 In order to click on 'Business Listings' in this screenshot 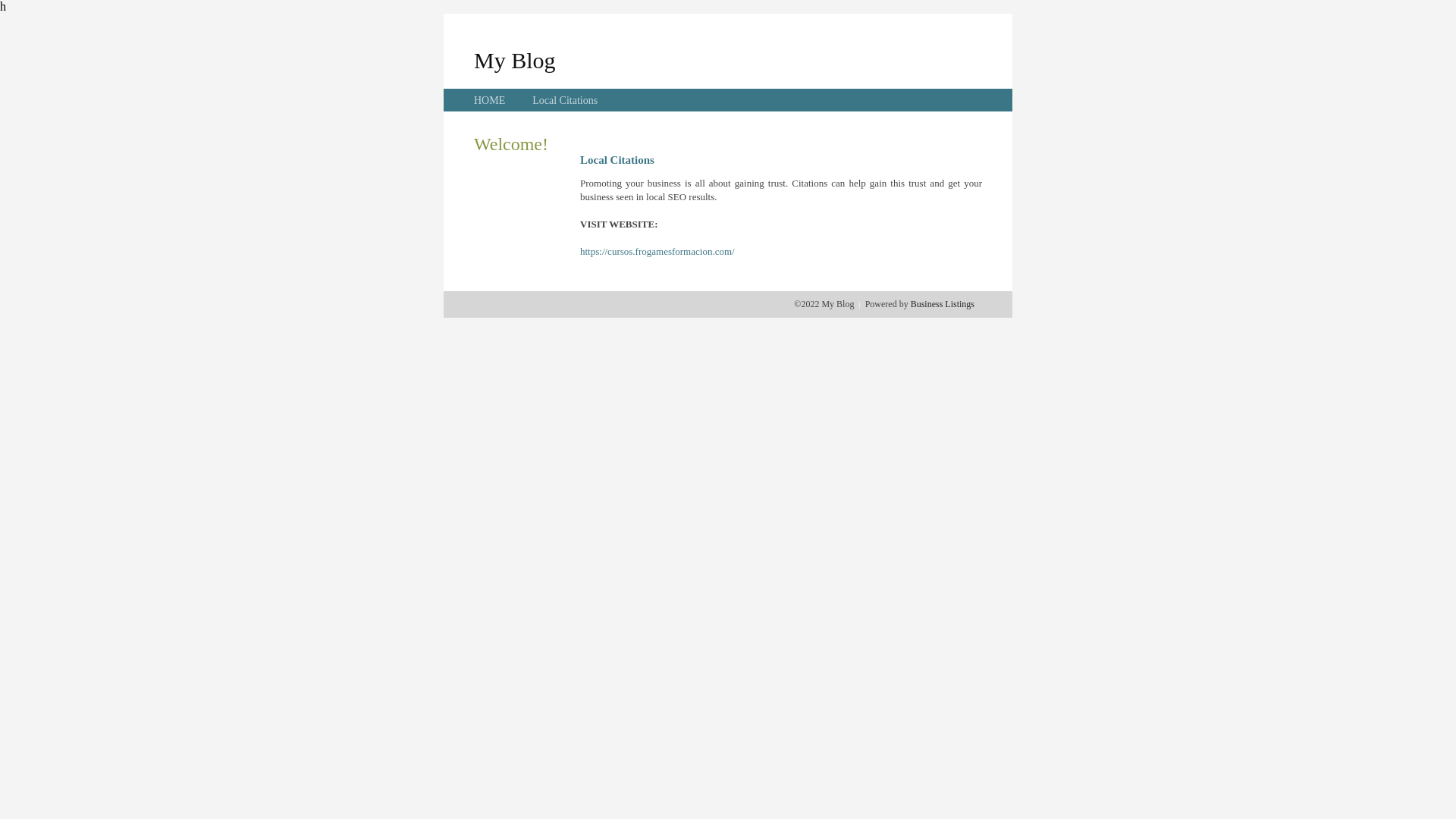, I will do `click(942, 304)`.